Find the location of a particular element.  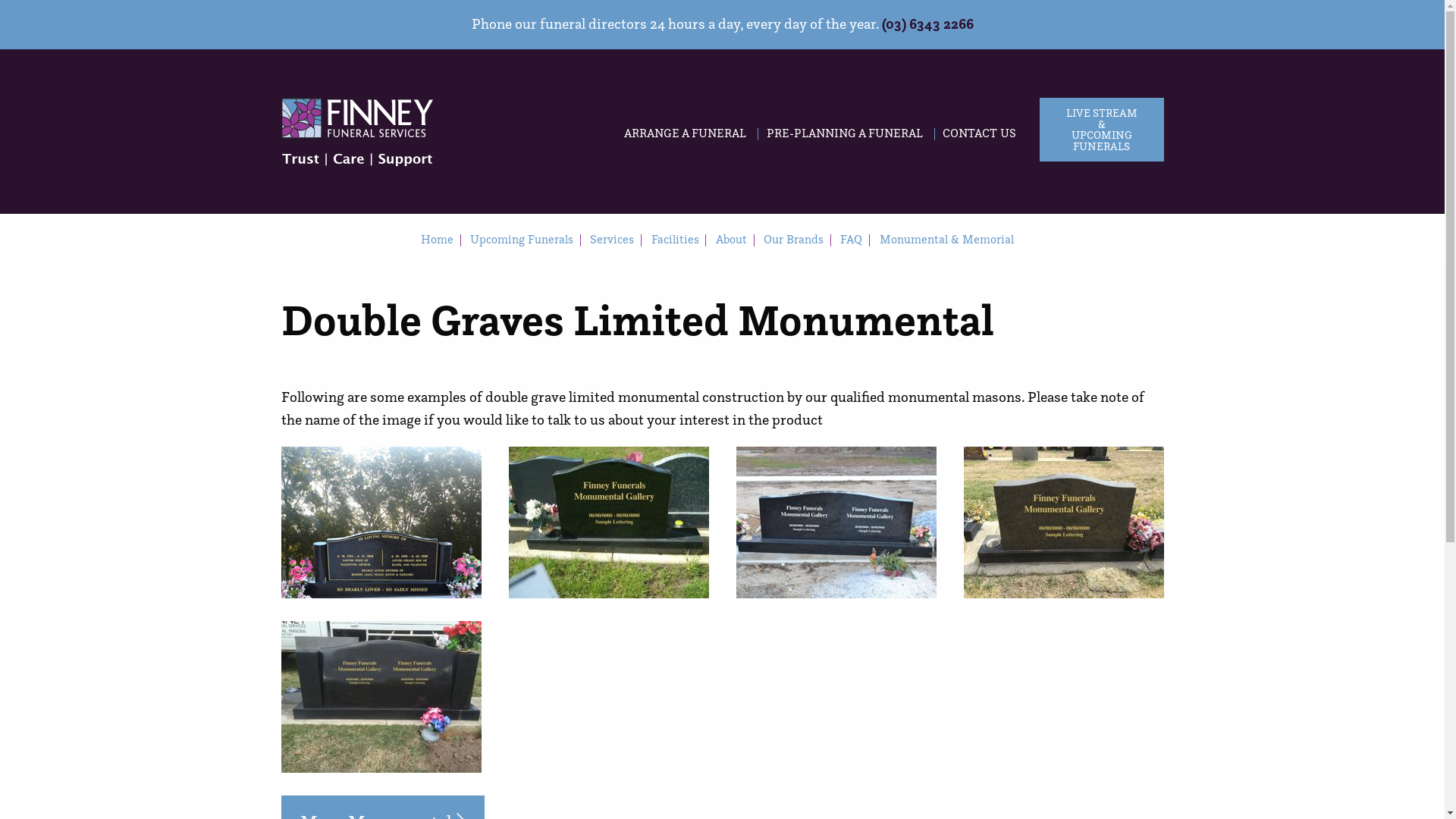

'Our Brands' is located at coordinates (792, 239).